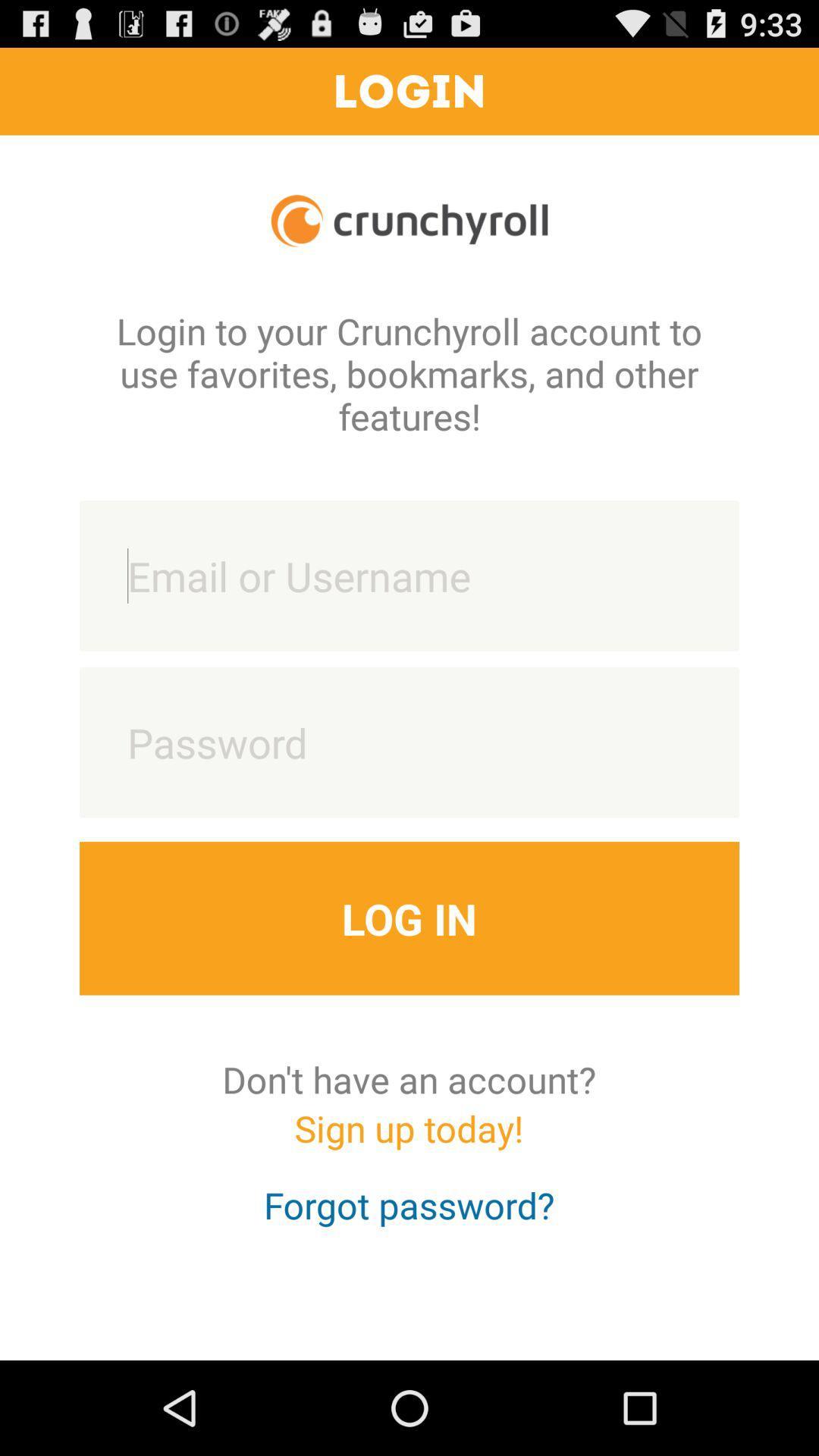 The height and width of the screenshot is (1456, 819). What do you see at coordinates (408, 1142) in the screenshot?
I see `the item above the forgot password? item` at bounding box center [408, 1142].